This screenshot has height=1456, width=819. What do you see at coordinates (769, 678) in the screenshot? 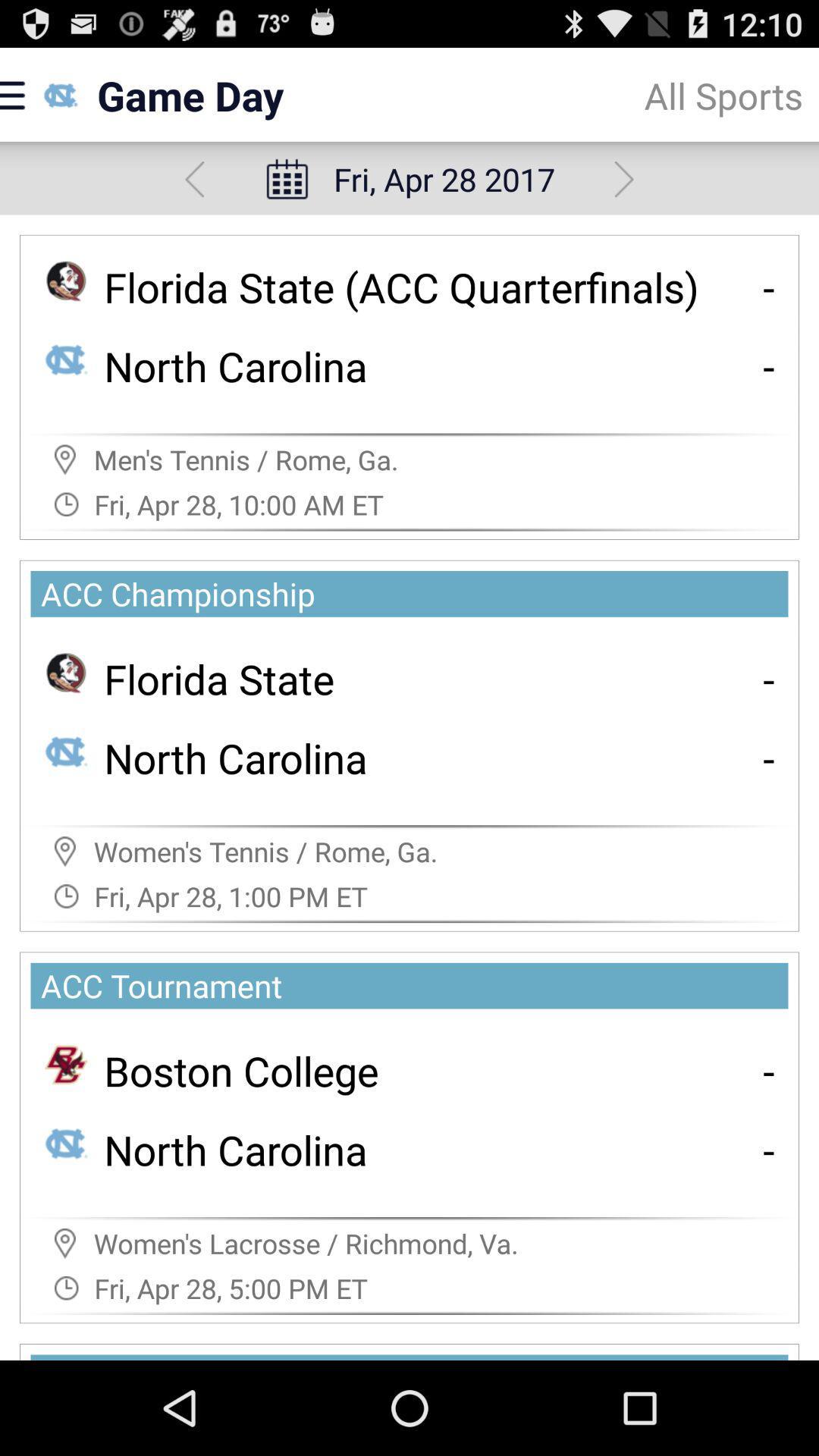
I see `the -` at bounding box center [769, 678].